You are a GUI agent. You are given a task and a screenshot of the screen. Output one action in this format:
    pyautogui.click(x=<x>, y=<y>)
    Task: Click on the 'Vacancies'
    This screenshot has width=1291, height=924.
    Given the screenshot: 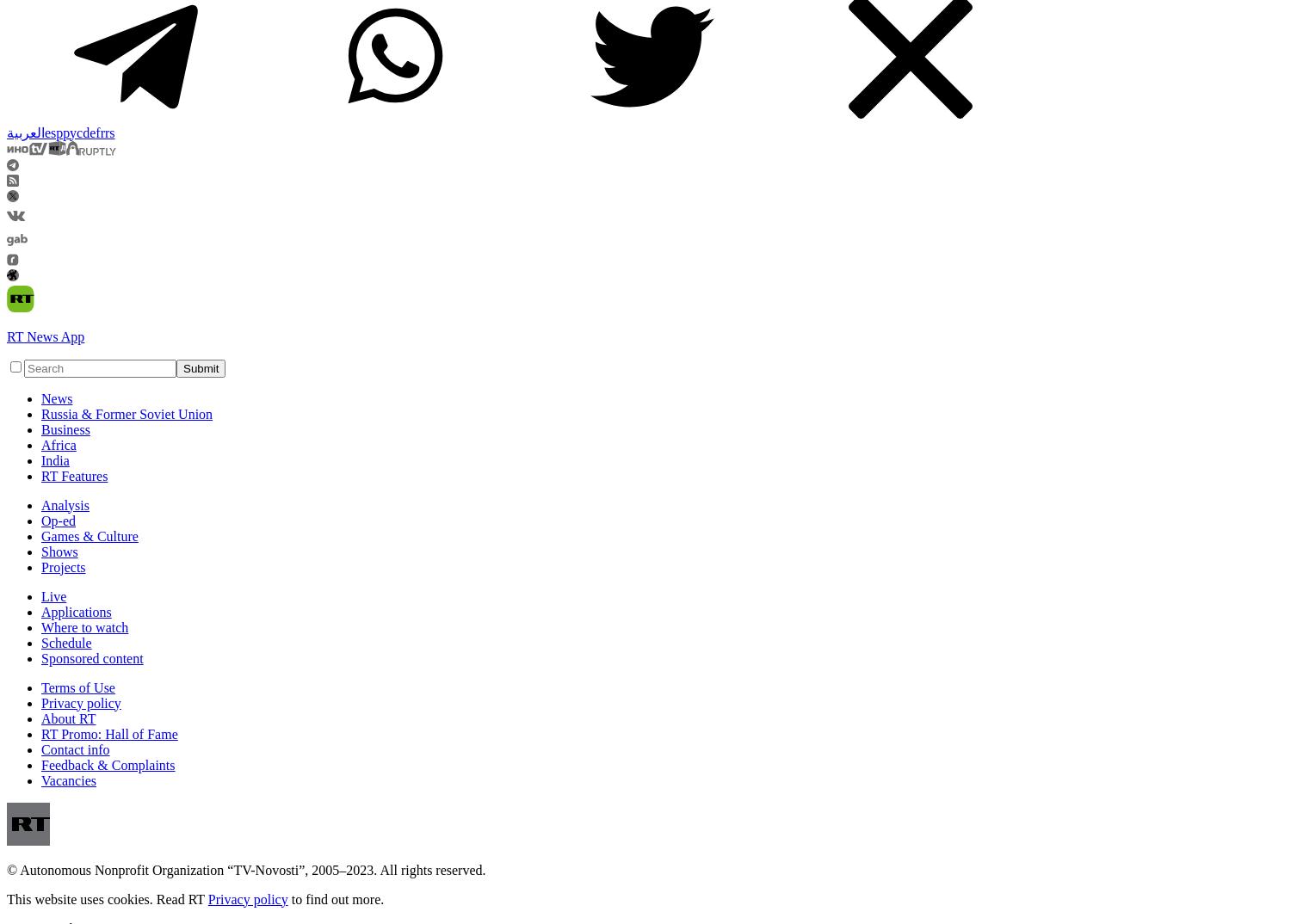 What is the action you would take?
    pyautogui.click(x=67, y=779)
    